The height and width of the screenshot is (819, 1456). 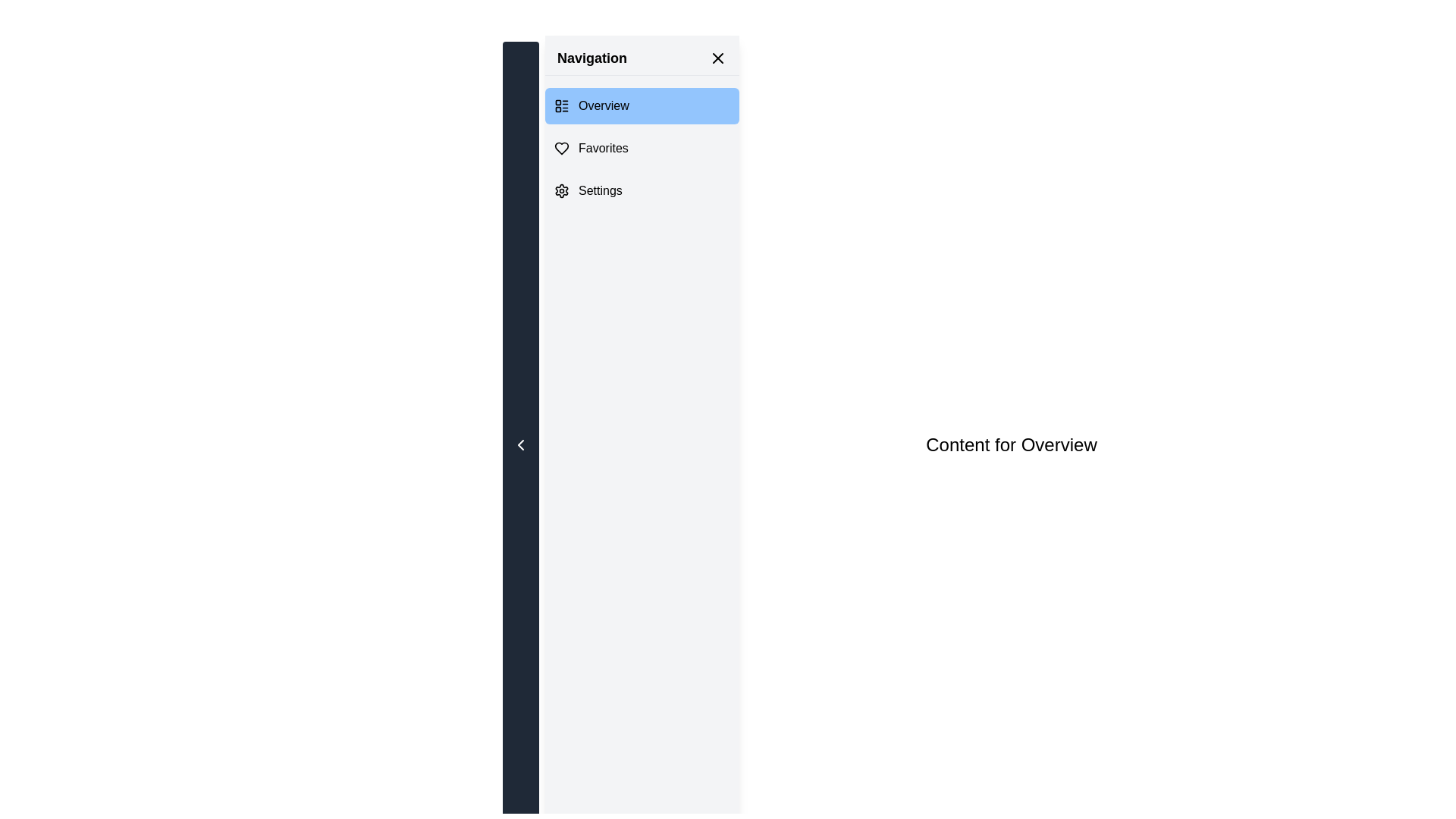 What do you see at coordinates (560, 190) in the screenshot?
I see `the gear icon in the sidebar` at bounding box center [560, 190].